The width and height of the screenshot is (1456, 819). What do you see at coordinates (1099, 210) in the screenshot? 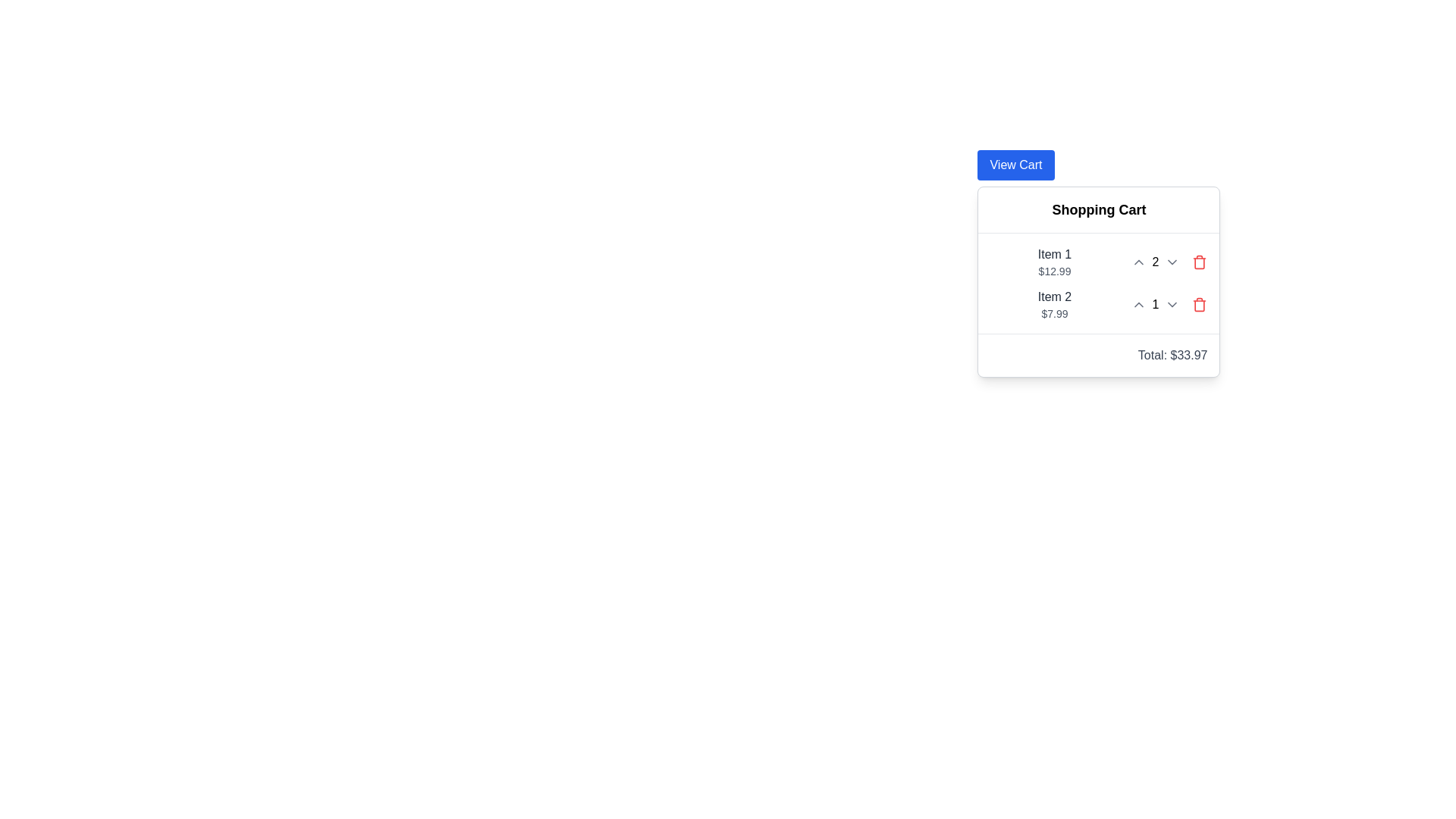
I see `the title text label of the shopping cart drop-down interface, which is located below the 'View Cart' button and above the list of items in the cart` at bounding box center [1099, 210].